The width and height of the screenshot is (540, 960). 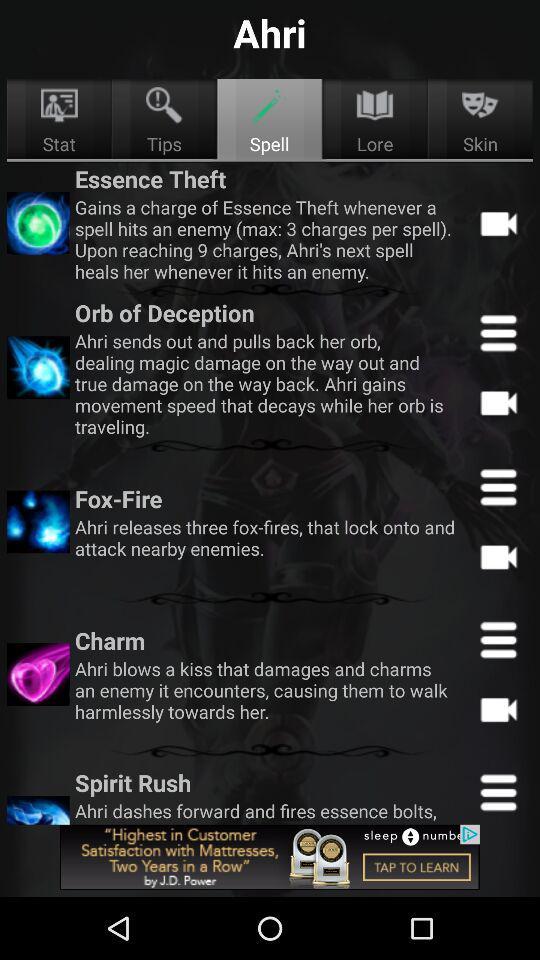 I want to click on more options, so click(x=497, y=486).